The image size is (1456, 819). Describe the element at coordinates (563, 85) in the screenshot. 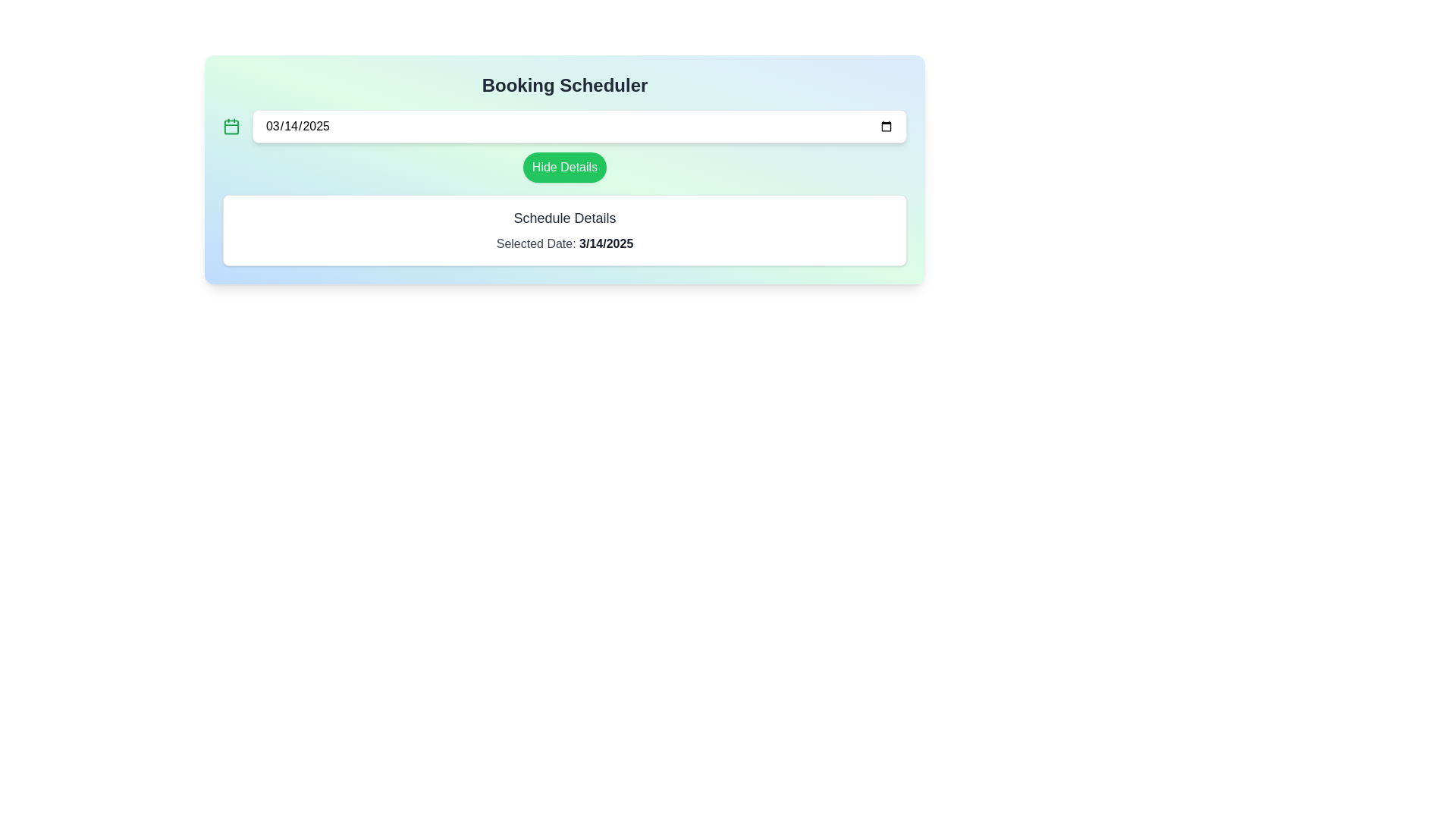

I see `text content of the 'Booking Scheduler' label, which is a bold, large, dark gray text centrally positioned at the top of a gradient-colored card interface` at that location.